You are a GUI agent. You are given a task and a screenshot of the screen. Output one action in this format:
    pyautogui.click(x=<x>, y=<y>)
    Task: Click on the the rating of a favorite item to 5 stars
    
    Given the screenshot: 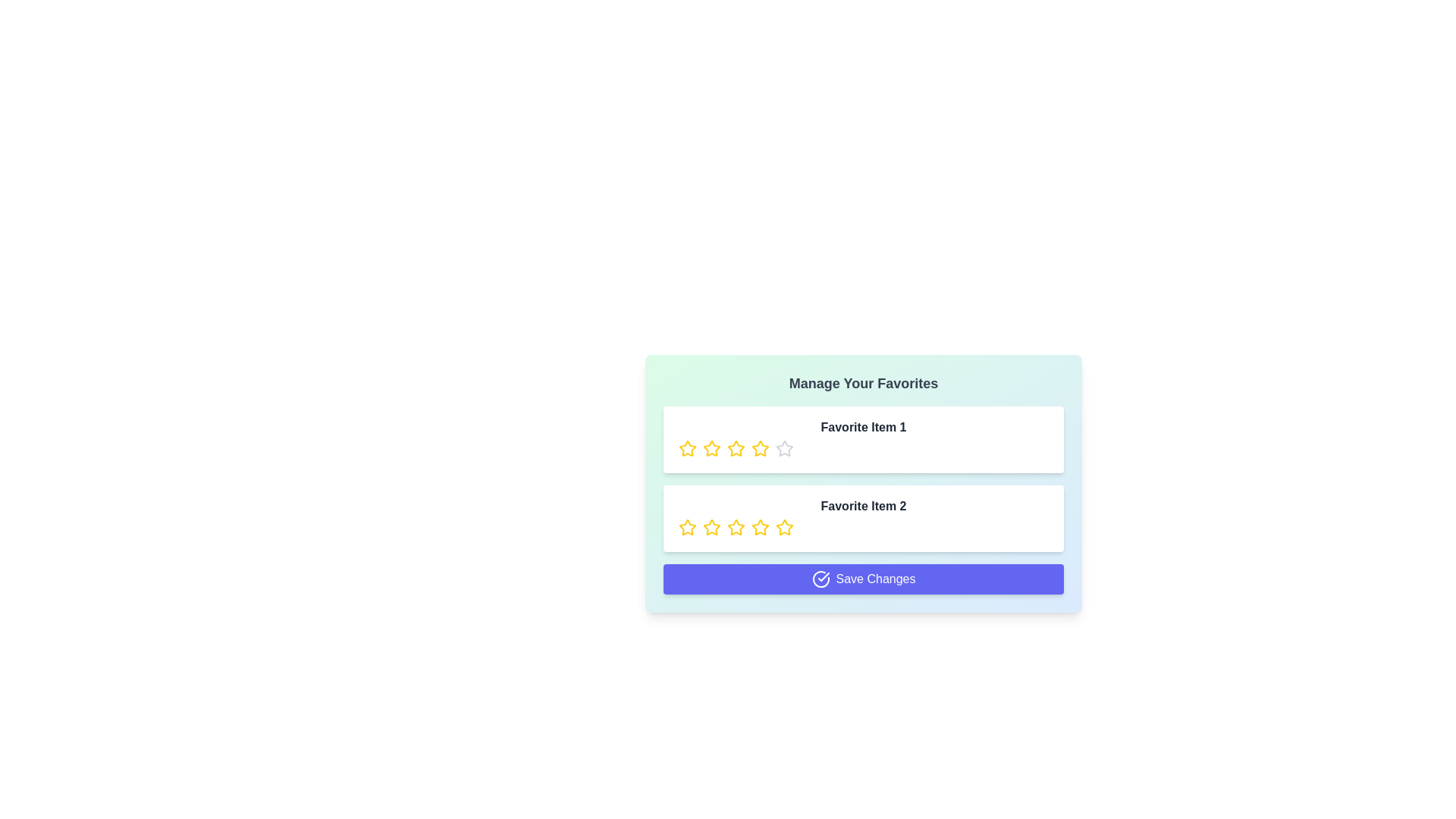 What is the action you would take?
    pyautogui.click(x=785, y=447)
    